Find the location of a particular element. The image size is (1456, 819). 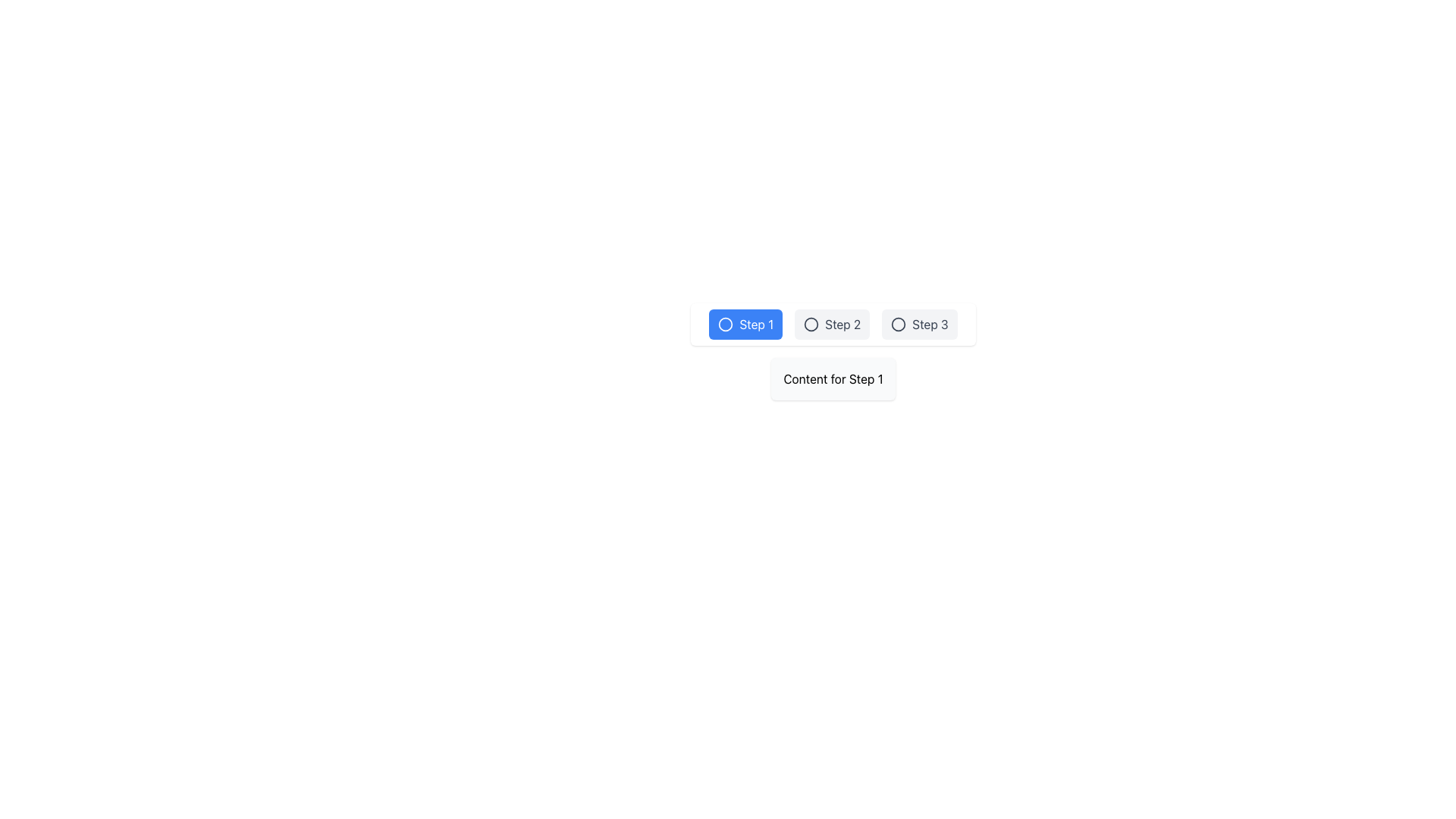

the second button labeled 'Step 2', which serves as a visual indicator of the step's name or status in a multi-step process is located at coordinates (831, 324).